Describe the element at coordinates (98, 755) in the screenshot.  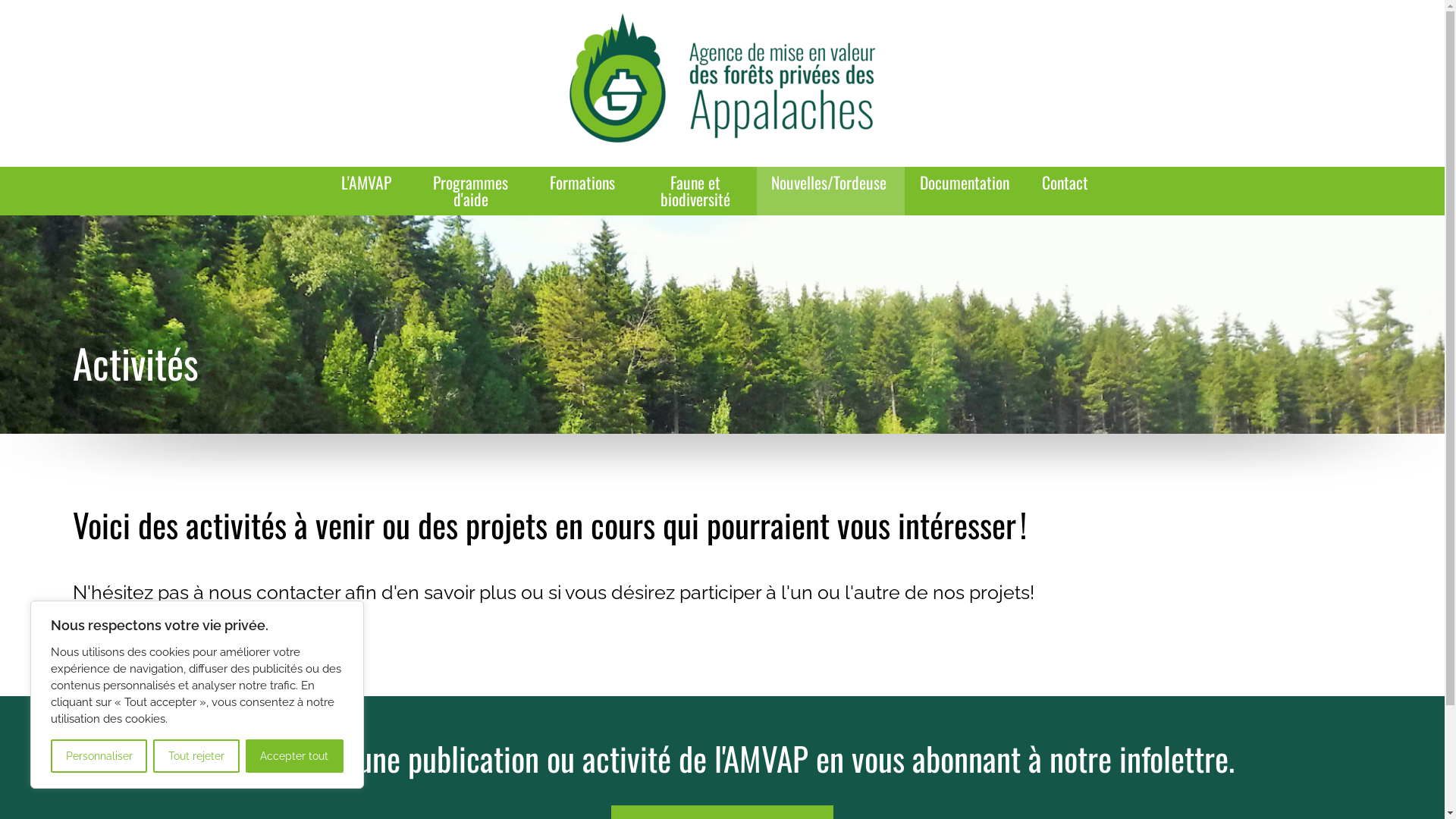
I see `'Personnaliser'` at that location.